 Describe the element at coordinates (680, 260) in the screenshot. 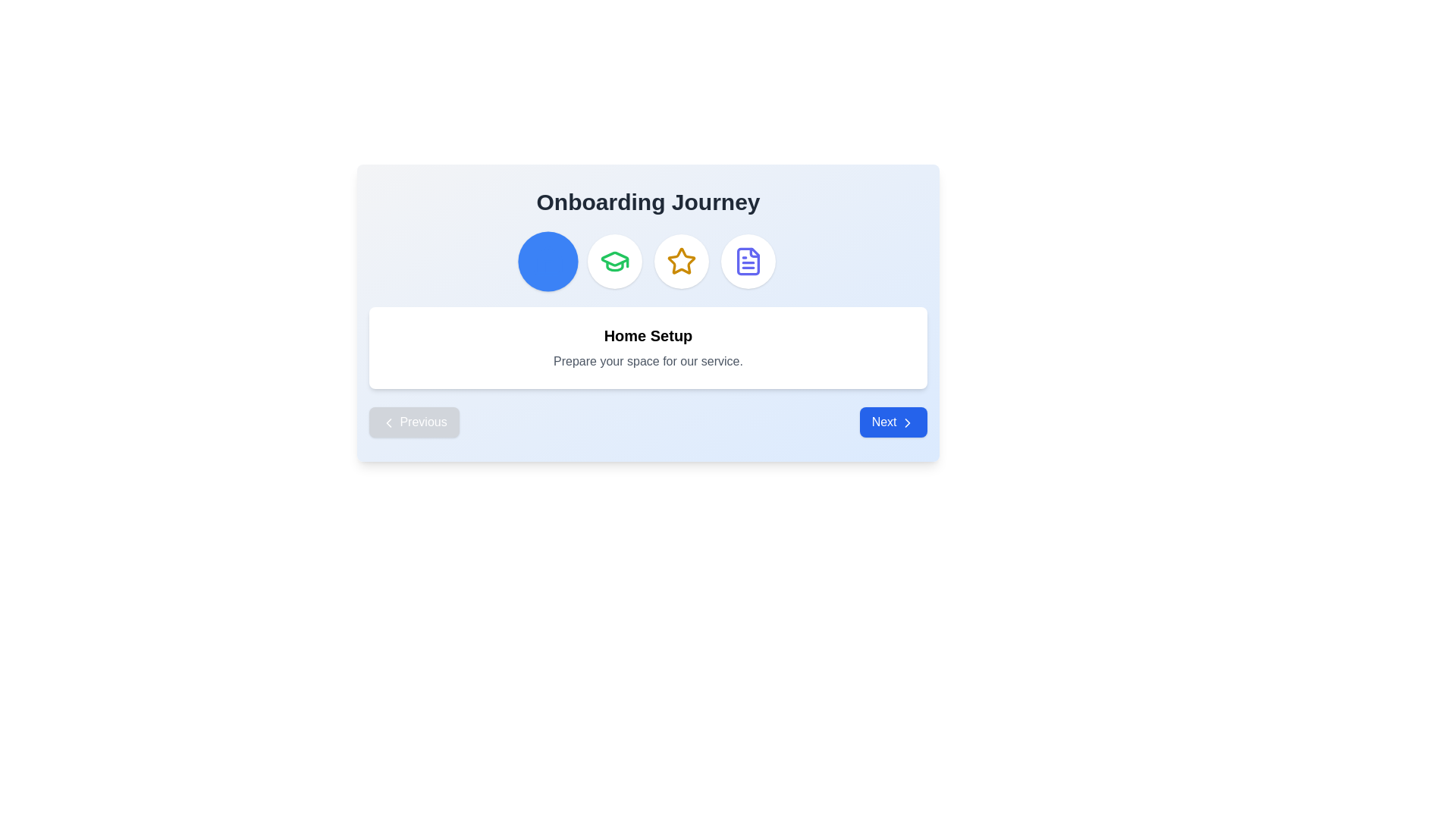

I see `the star icon that indicates ratings and selection, located above the 'Home Setup' title and between the blue circular icon and the purple document icon` at that location.